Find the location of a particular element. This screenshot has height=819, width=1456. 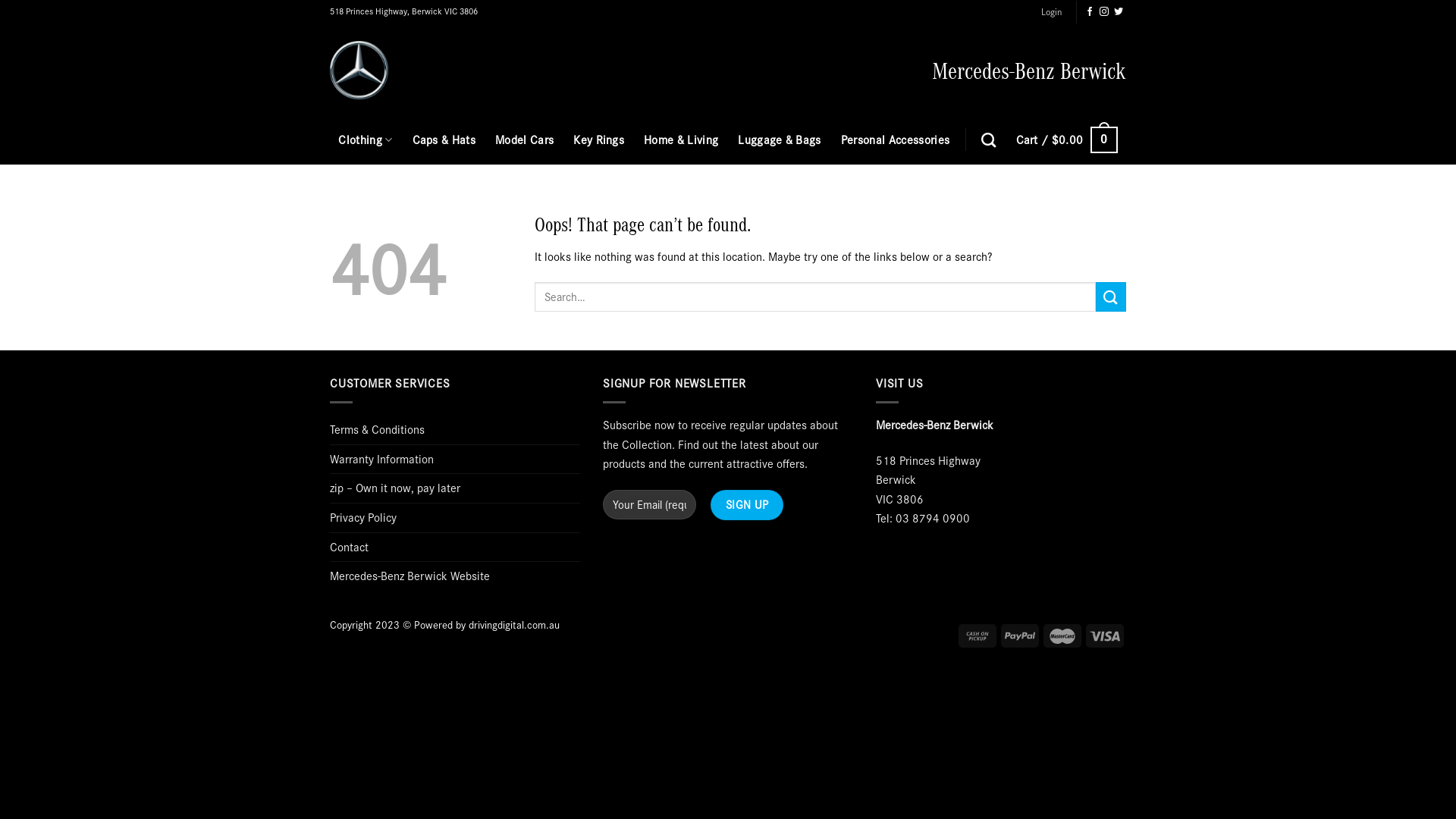

'Contact' is located at coordinates (348, 547).